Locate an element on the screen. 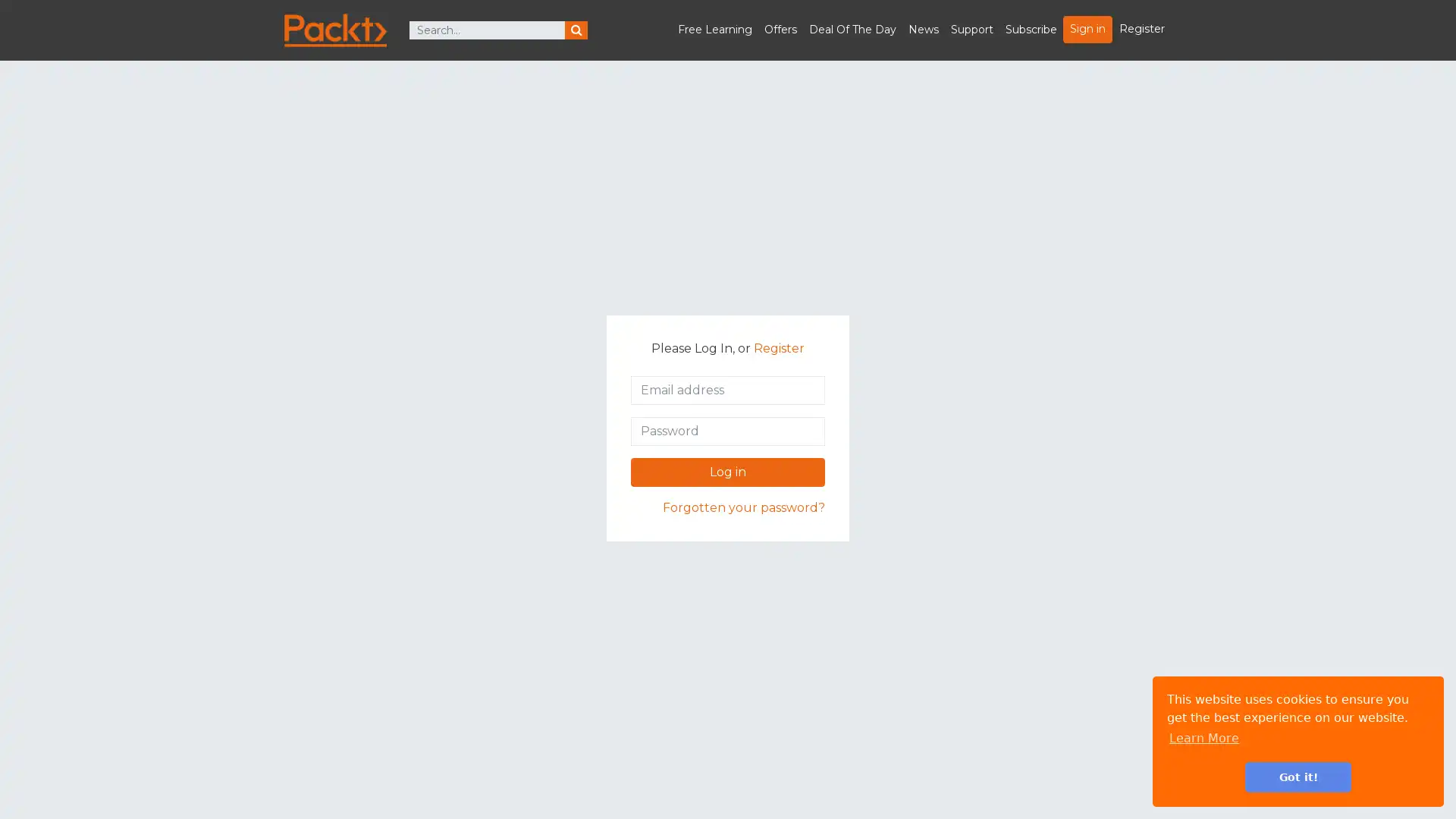 This screenshot has width=1456, height=819. learn more about cookies is located at coordinates (1203, 737).